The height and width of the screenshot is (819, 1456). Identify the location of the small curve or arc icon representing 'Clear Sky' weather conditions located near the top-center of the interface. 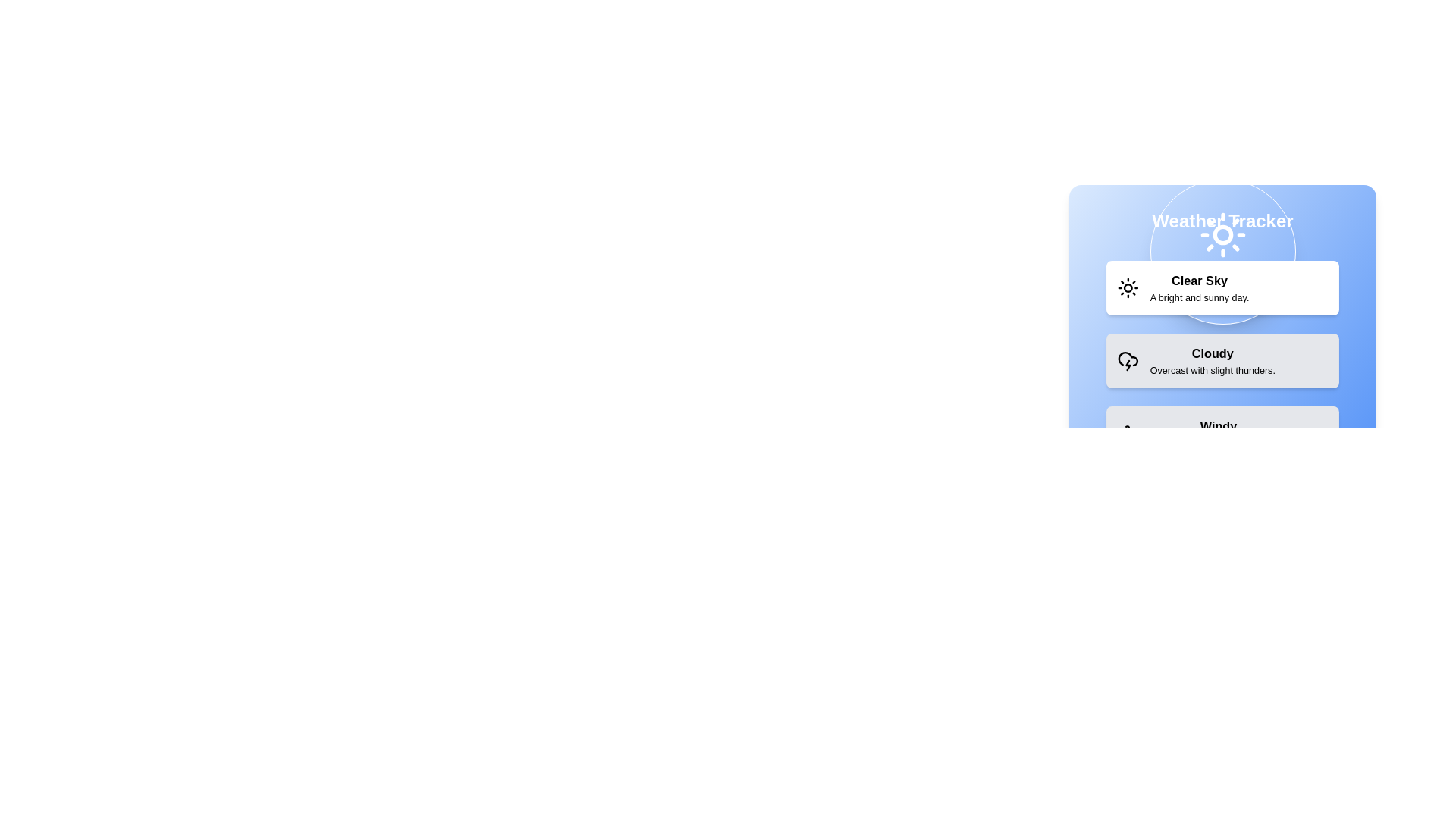
(1213, 222).